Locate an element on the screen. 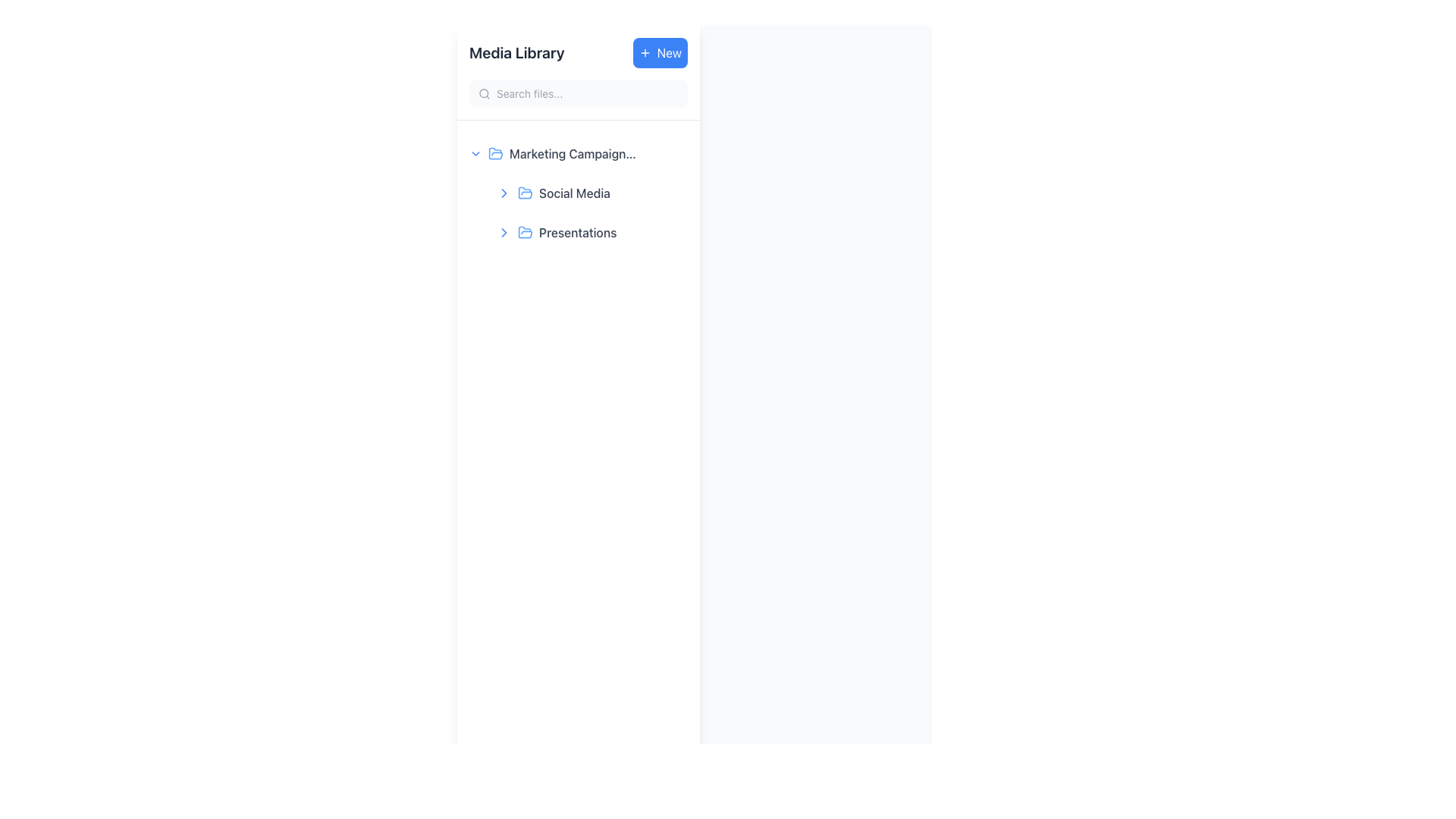 The image size is (1456, 819). the 'Presentations' text label, which is styled in gray font and is the second folder entry under the 'Marketing Campaigns' section is located at coordinates (577, 233).